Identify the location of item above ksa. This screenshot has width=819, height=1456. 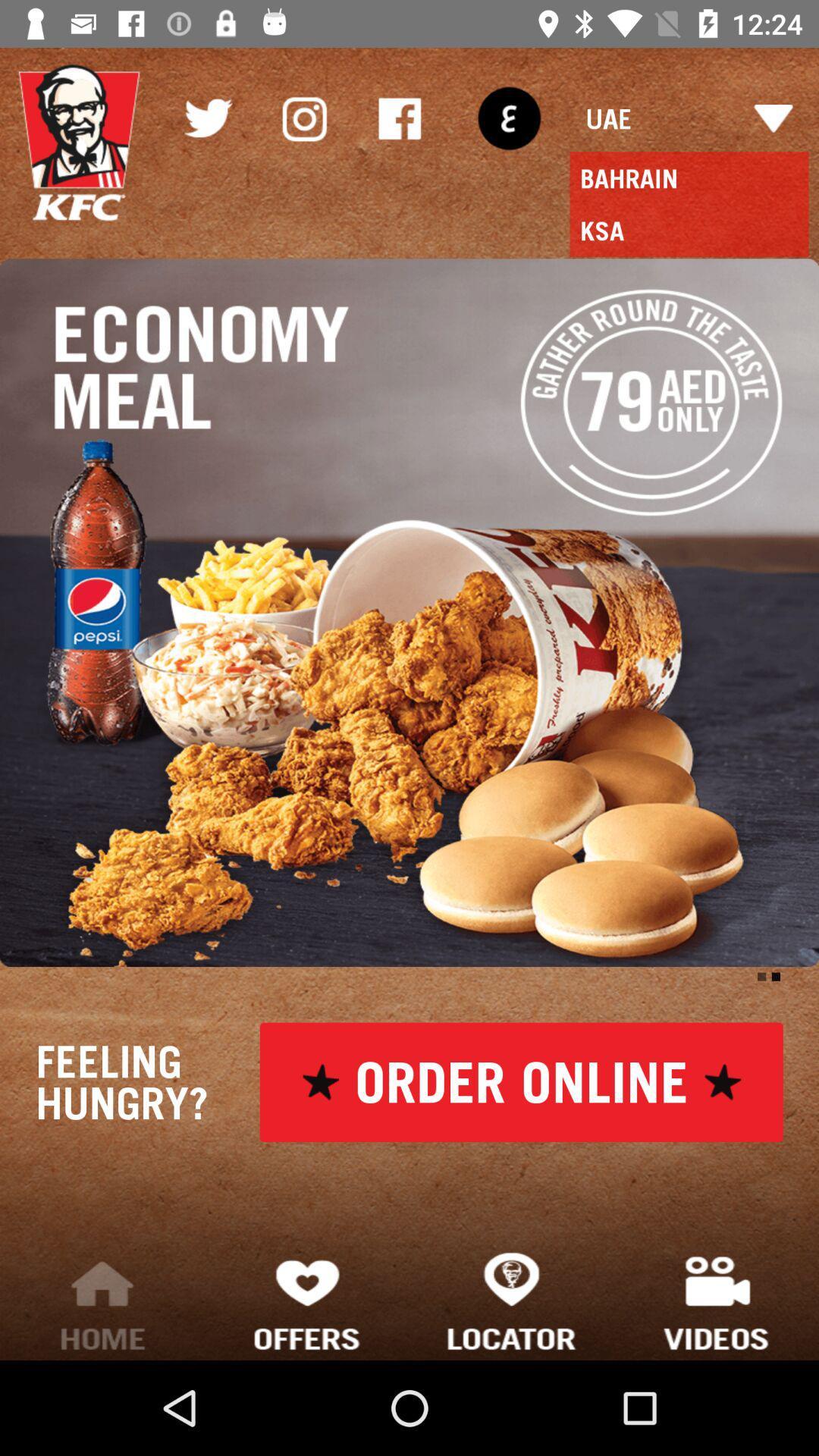
(509, 118).